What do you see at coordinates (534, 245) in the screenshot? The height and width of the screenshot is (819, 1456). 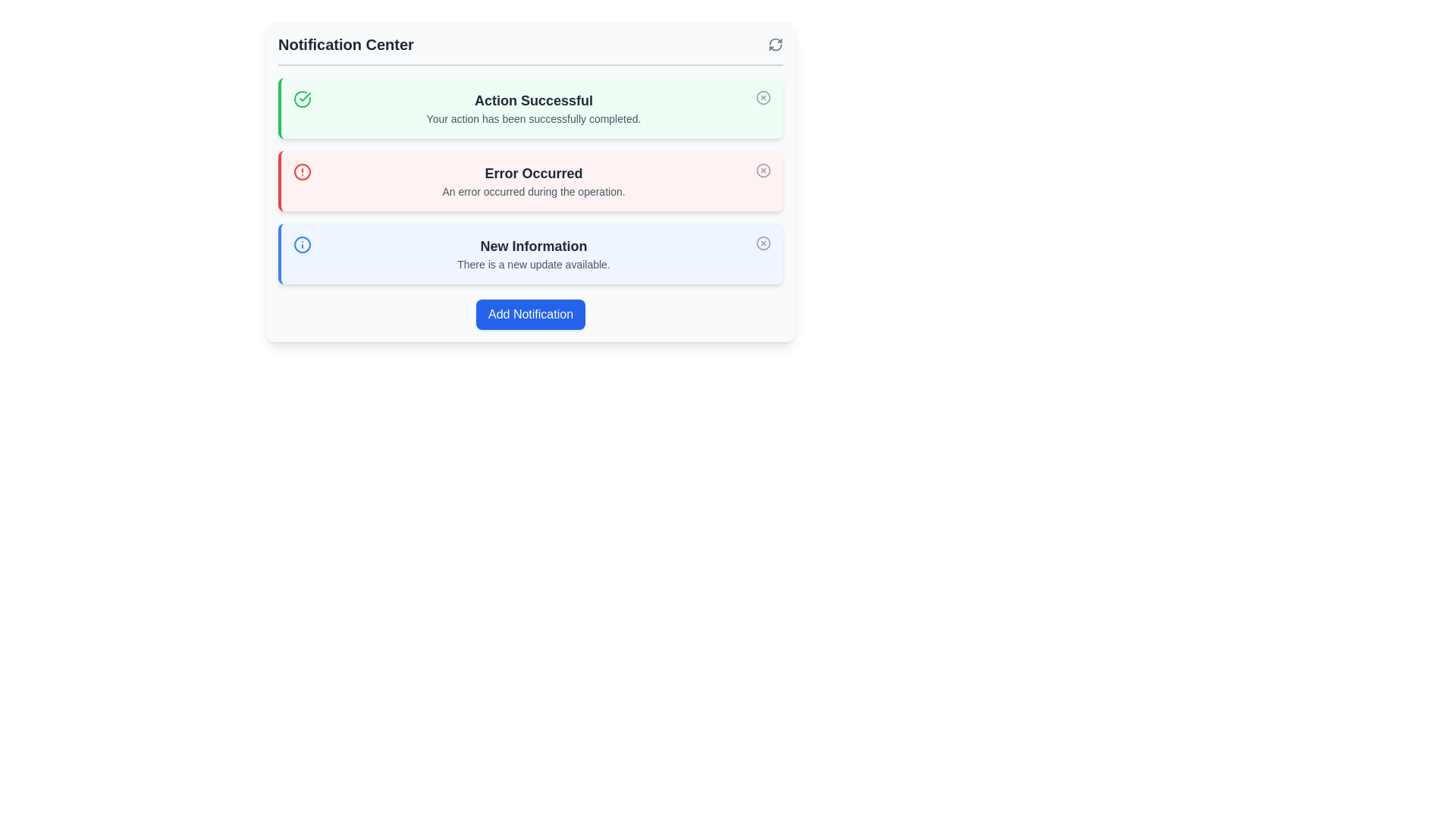 I see `the text label displaying 'New Information' in bold, large dark gray font within the light blue notification card` at bounding box center [534, 245].